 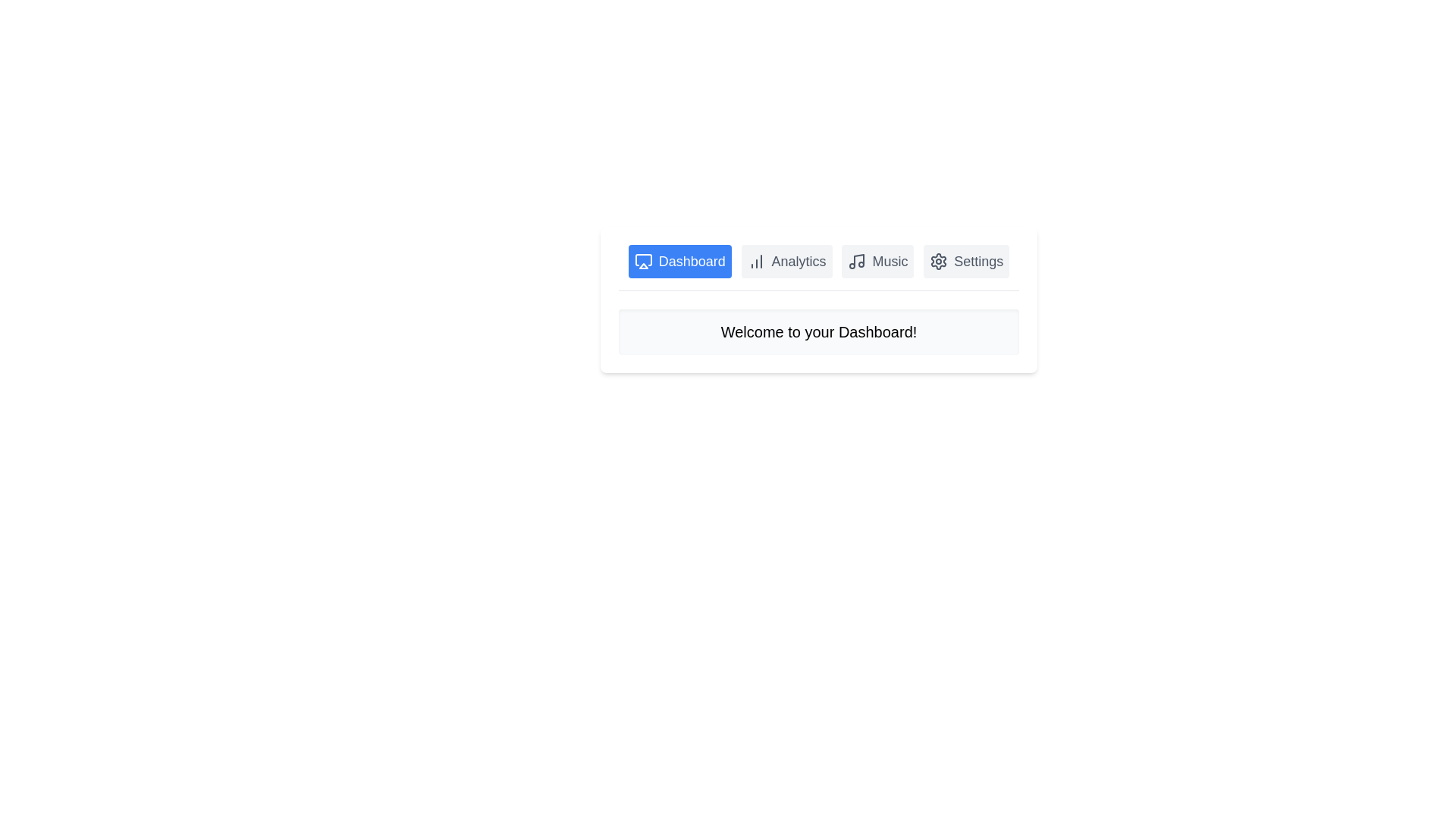 What do you see at coordinates (965, 260) in the screenshot?
I see `the 'Settings' button, which is the fourth button in a horizontal row of buttons located centrally near the top of the interface` at bounding box center [965, 260].